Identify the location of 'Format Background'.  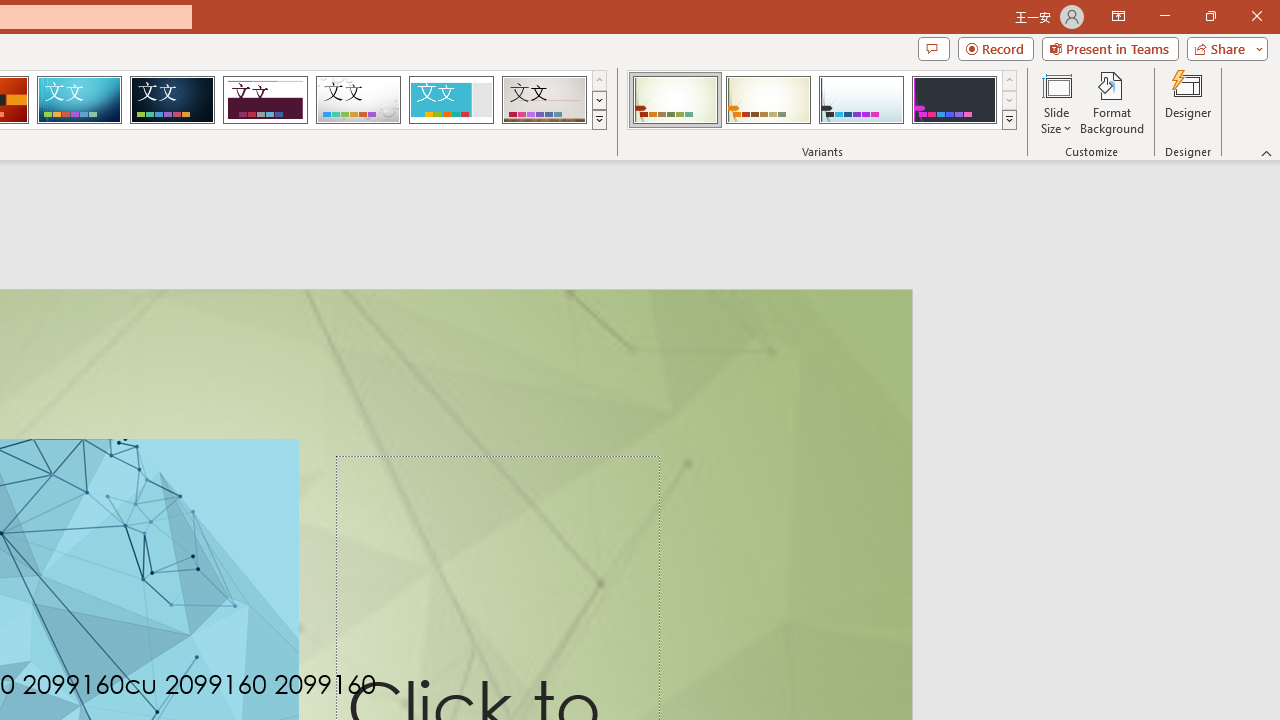
(1111, 103).